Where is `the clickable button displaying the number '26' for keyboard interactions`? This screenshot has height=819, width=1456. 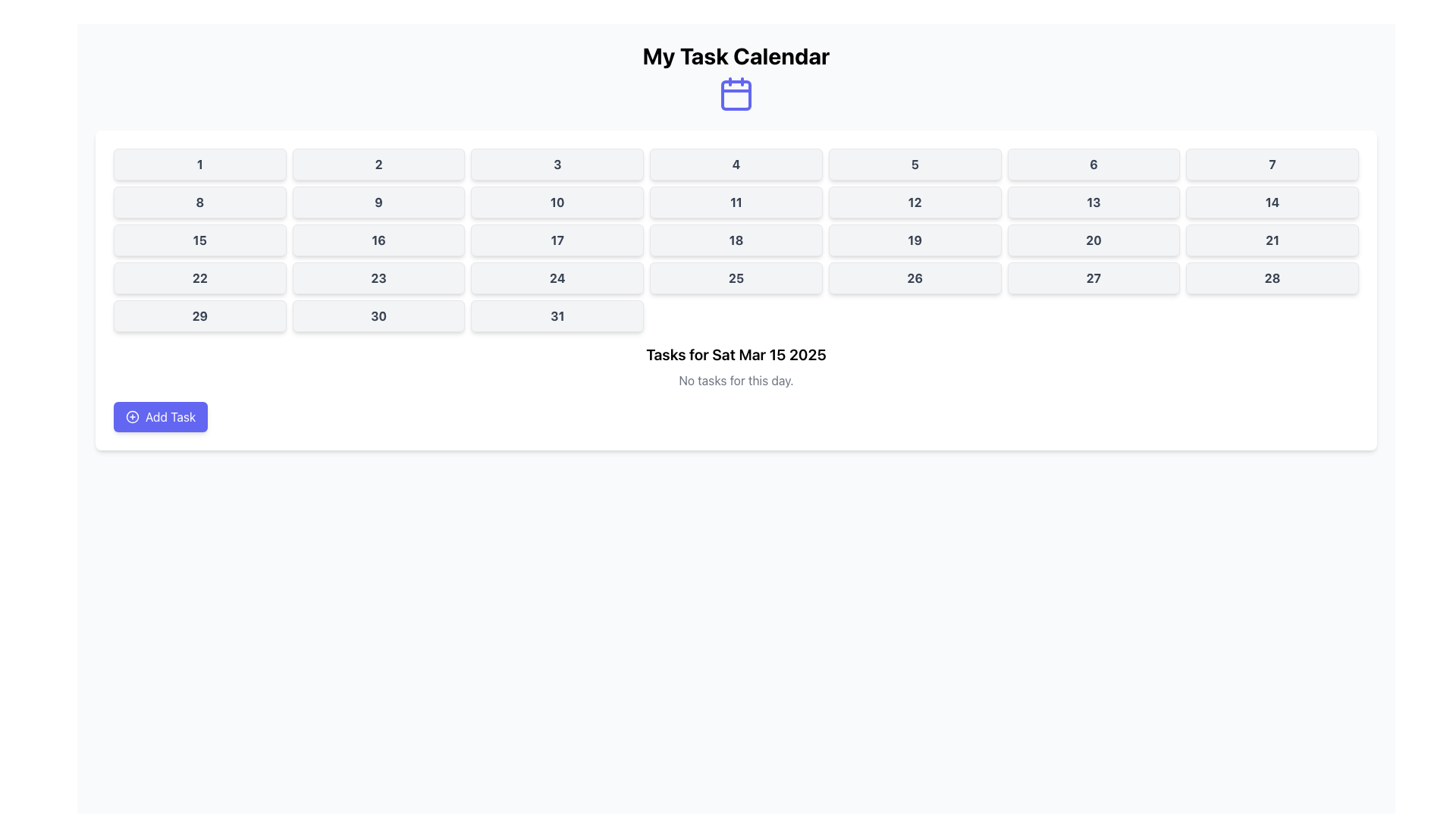
the clickable button displaying the number '26' for keyboard interactions is located at coordinates (914, 278).